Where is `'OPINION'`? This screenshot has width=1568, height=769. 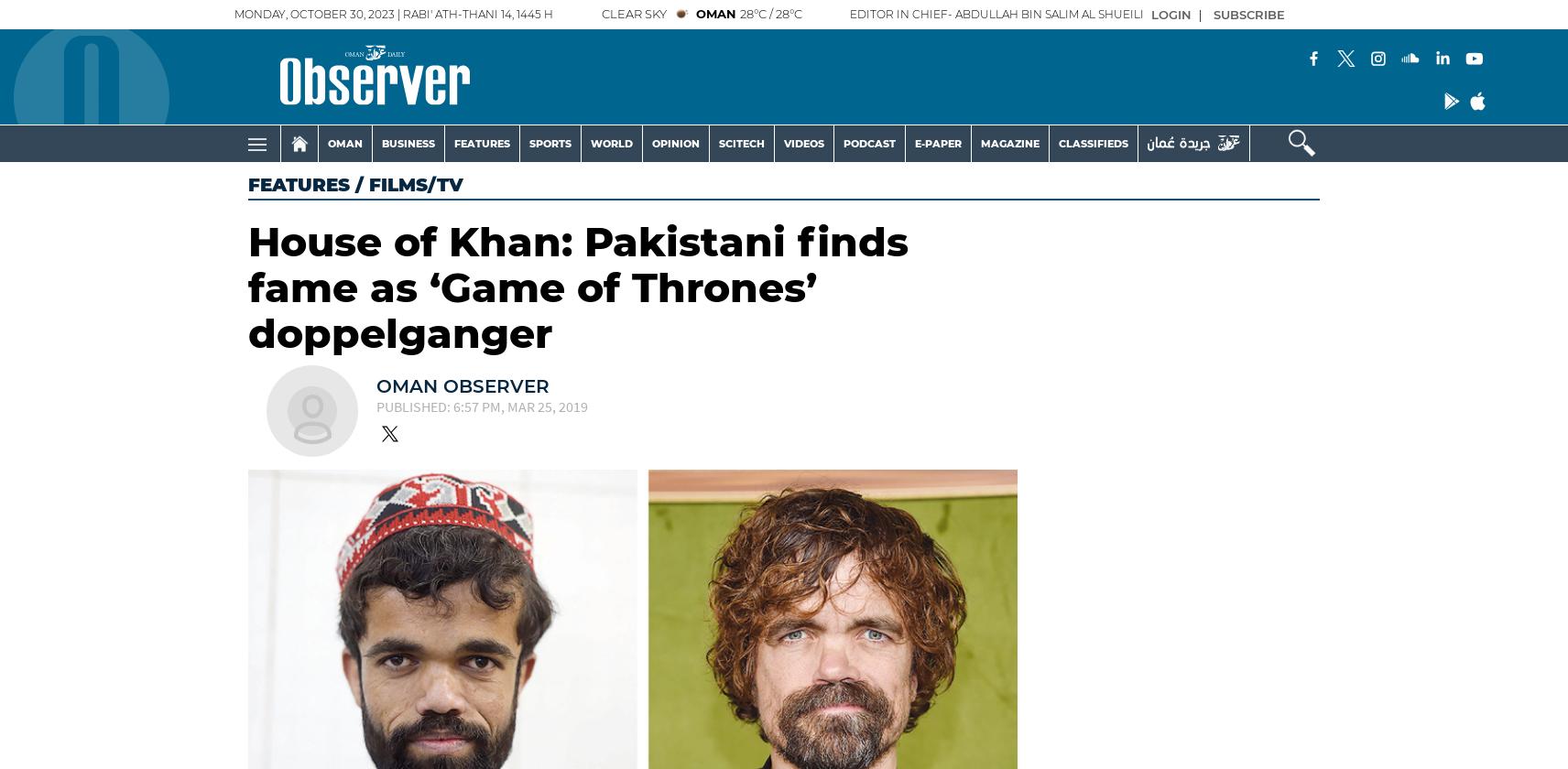 'OPINION' is located at coordinates (676, 143).